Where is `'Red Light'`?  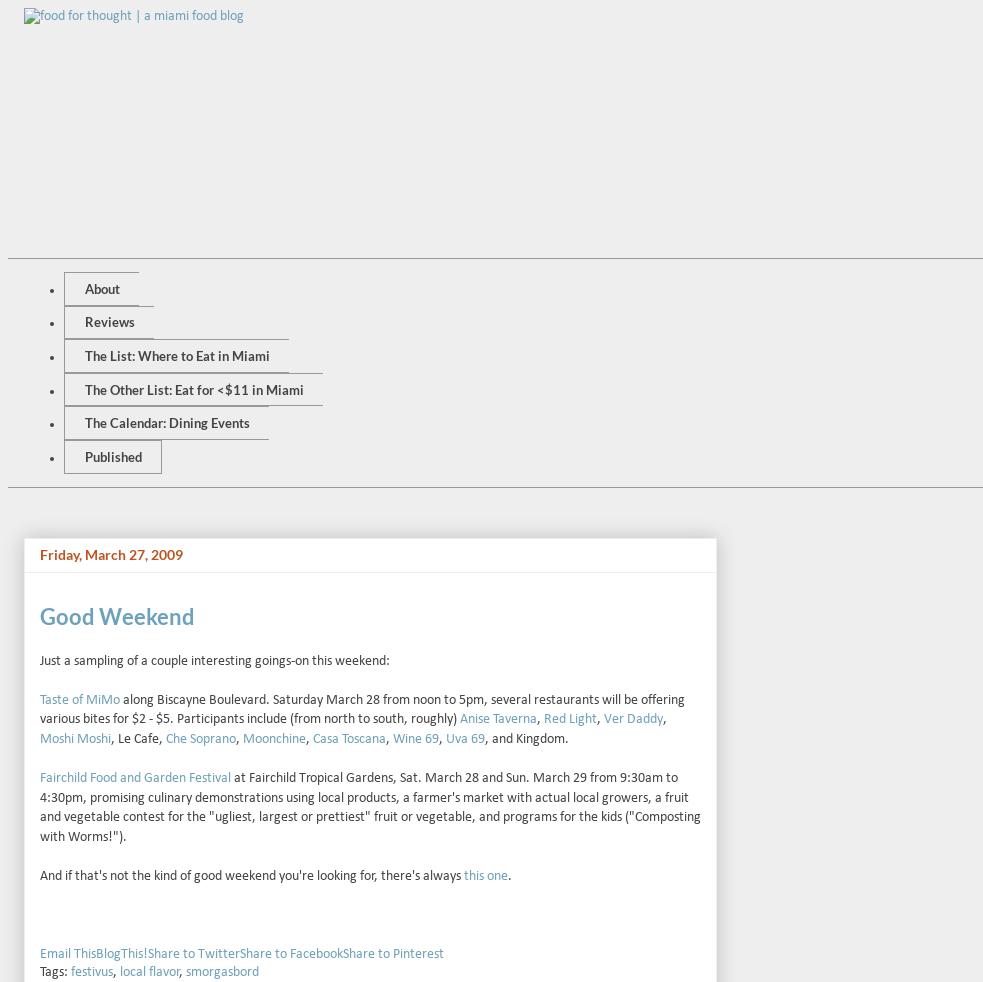 'Red Light' is located at coordinates (543, 718).